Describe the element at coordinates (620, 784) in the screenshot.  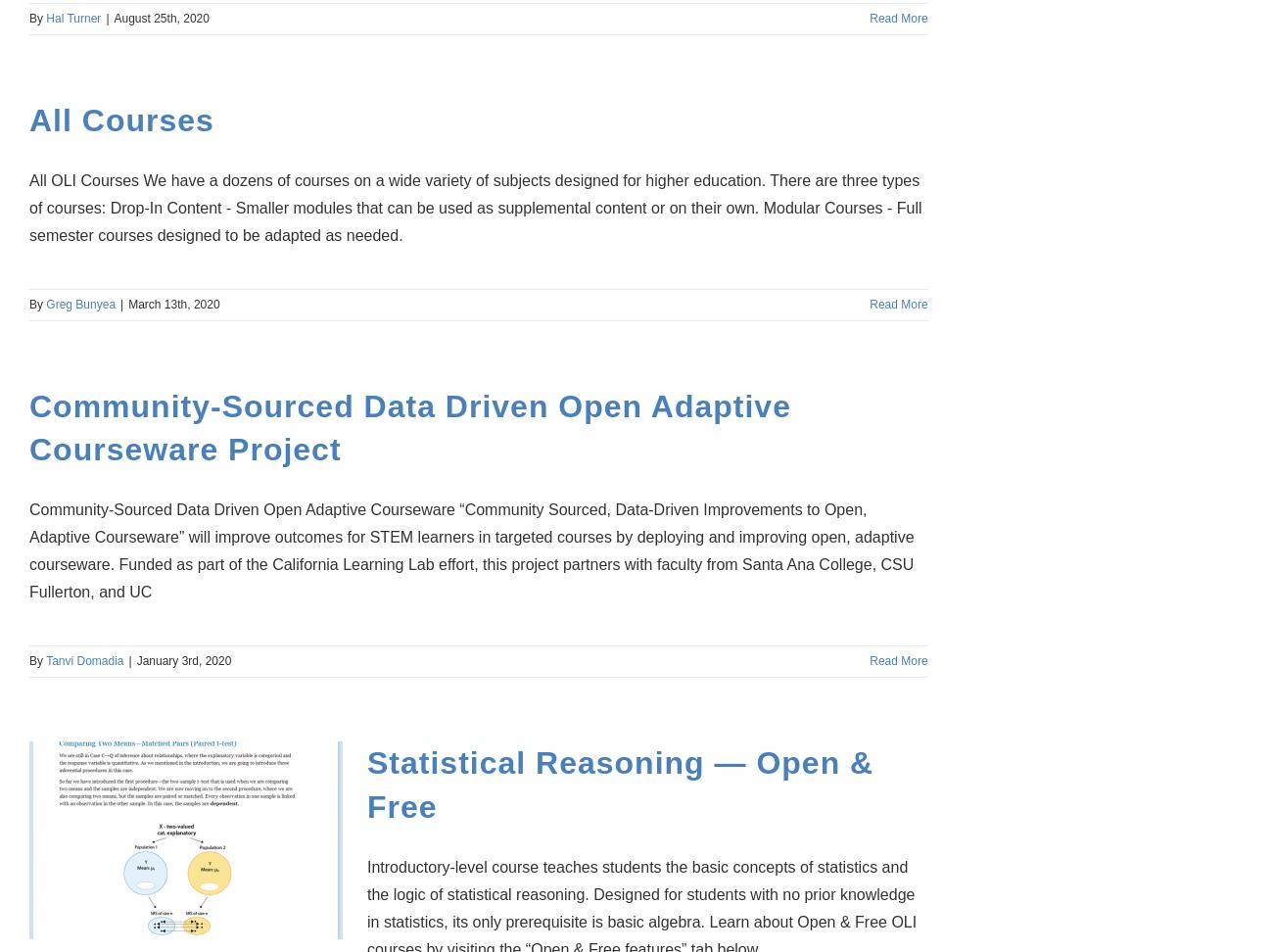
I see `'Statistical Reasoning — Open & Free'` at that location.